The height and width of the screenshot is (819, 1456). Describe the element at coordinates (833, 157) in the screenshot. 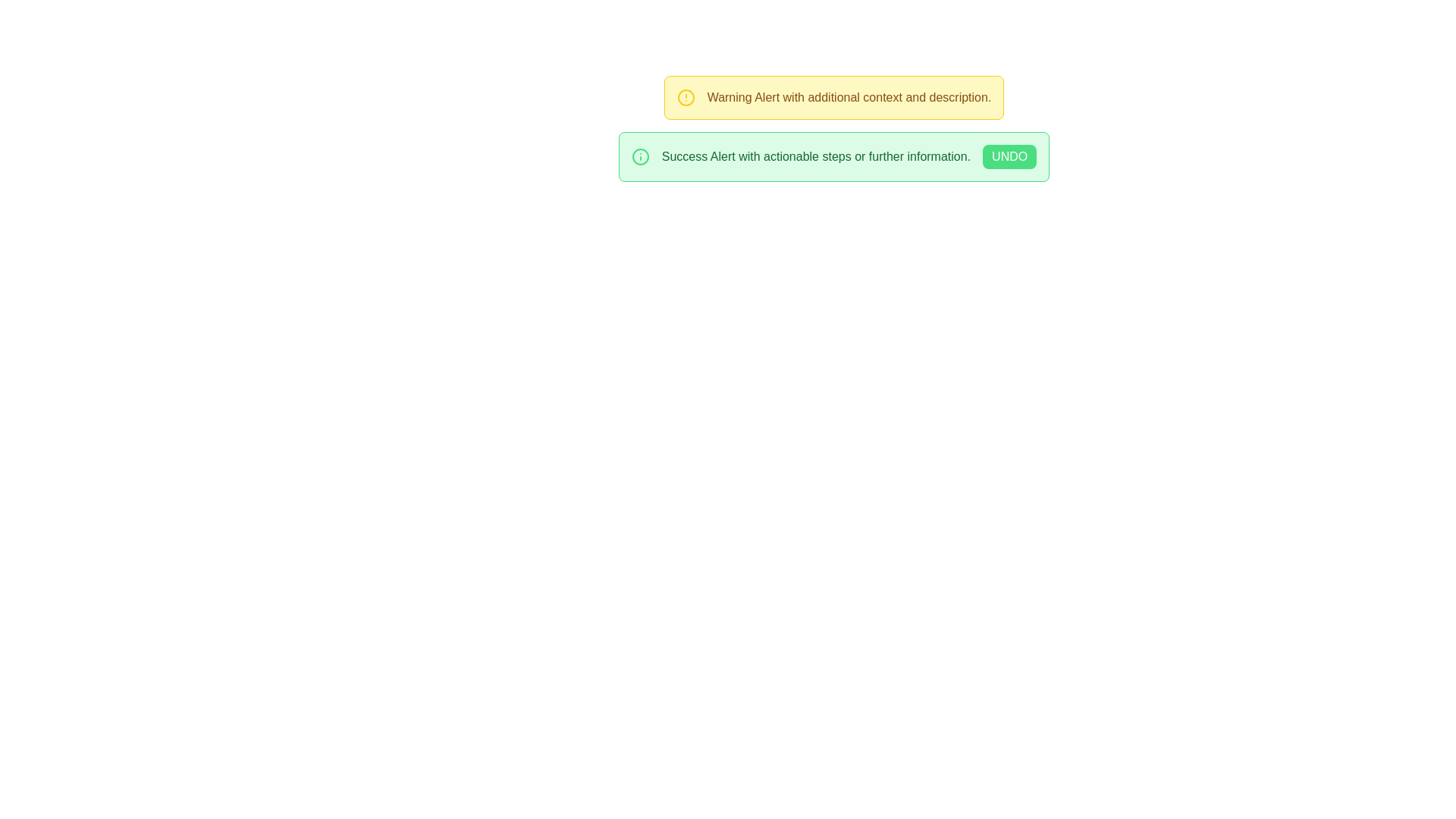

I see `the rounded rectangular notification box with a green background that contains the message 'Success Alert with actionable steps or further information.' and the 'UNDO' button` at that location.